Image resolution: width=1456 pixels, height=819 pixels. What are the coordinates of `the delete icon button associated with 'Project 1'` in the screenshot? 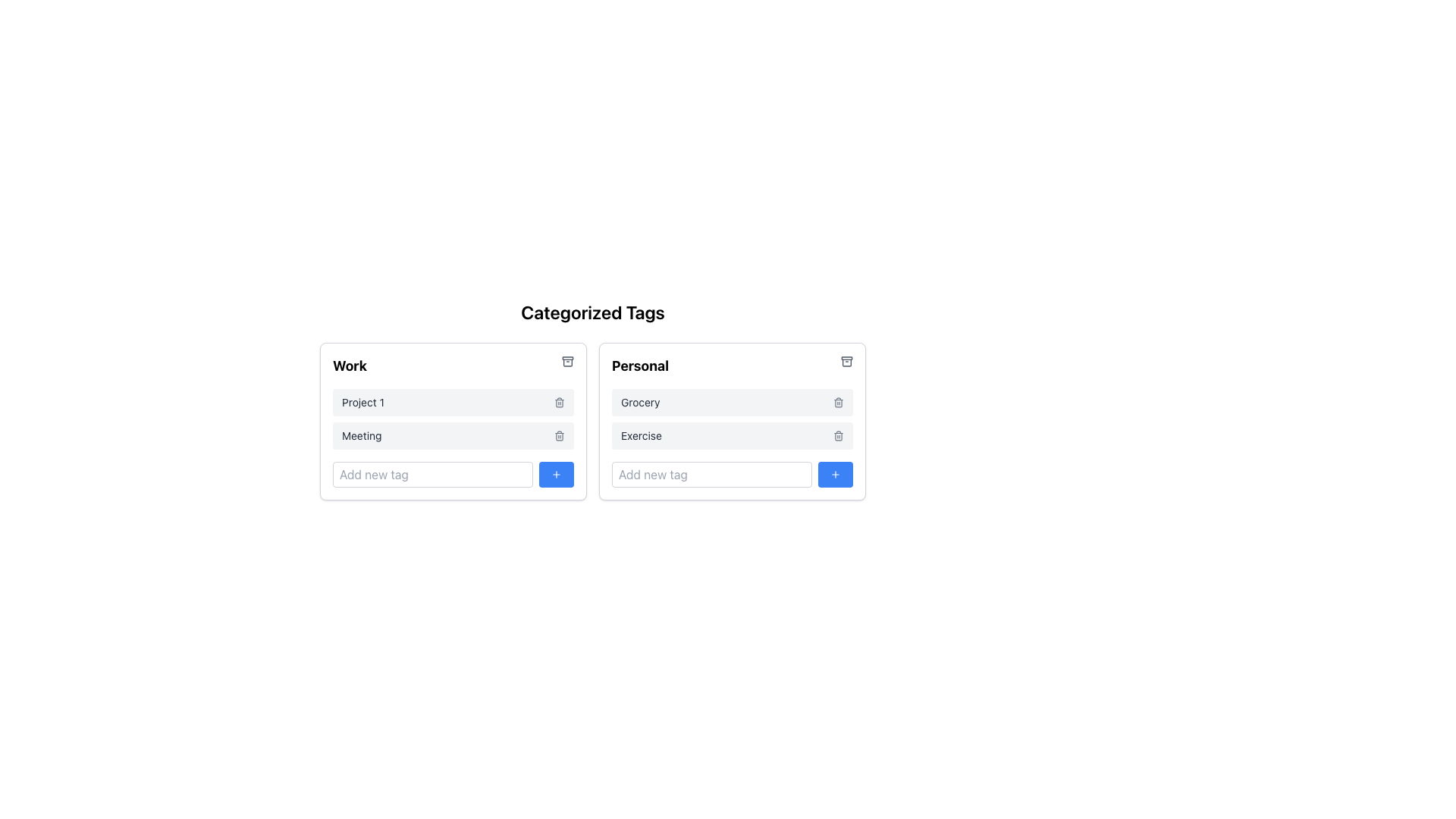 It's located at (559, 402).